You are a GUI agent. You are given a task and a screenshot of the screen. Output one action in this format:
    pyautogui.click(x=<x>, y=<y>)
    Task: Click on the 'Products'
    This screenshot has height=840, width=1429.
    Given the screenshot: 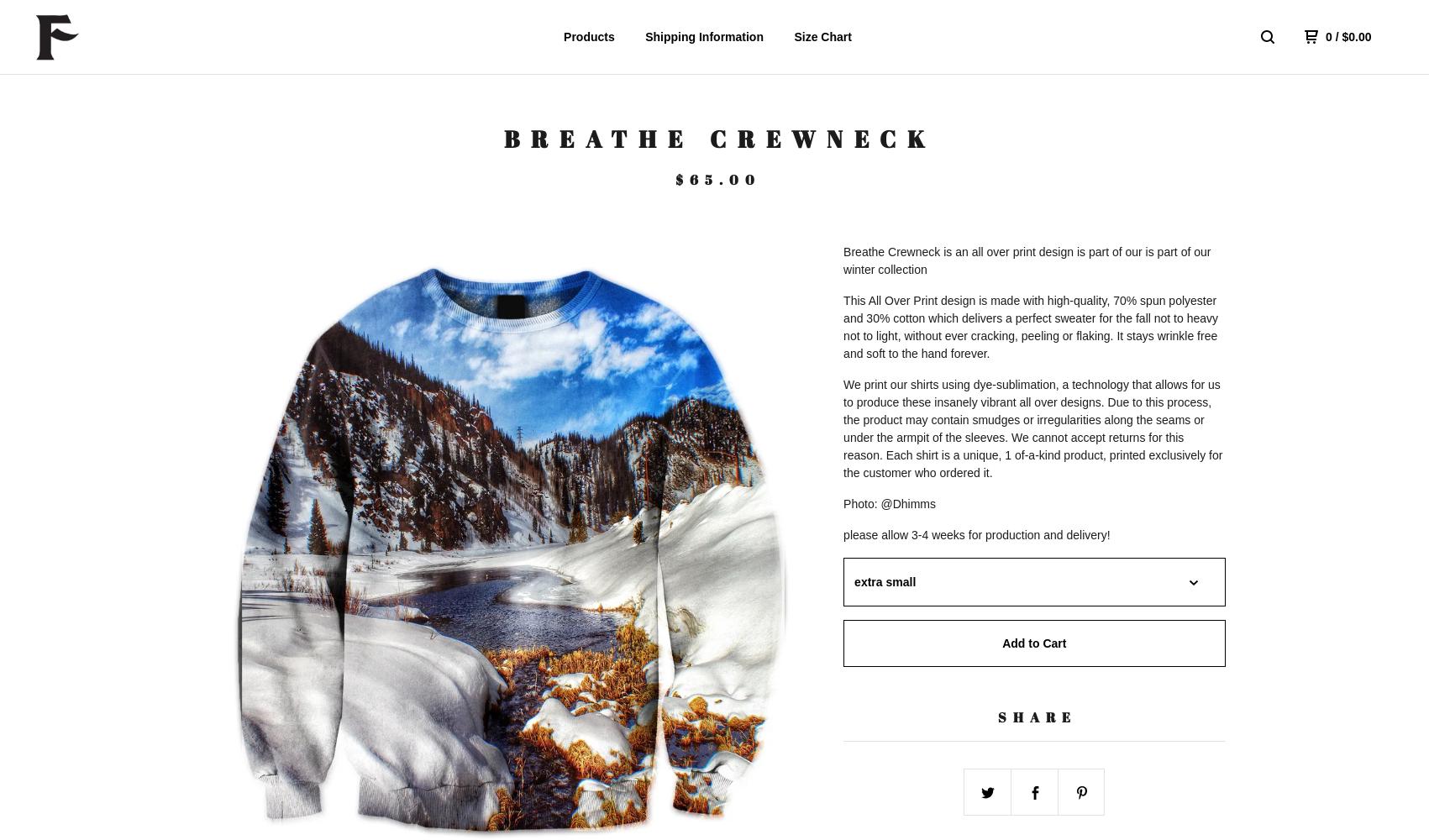 What is the action you would take?
    pyautogui.click(x=587, y=37)
    